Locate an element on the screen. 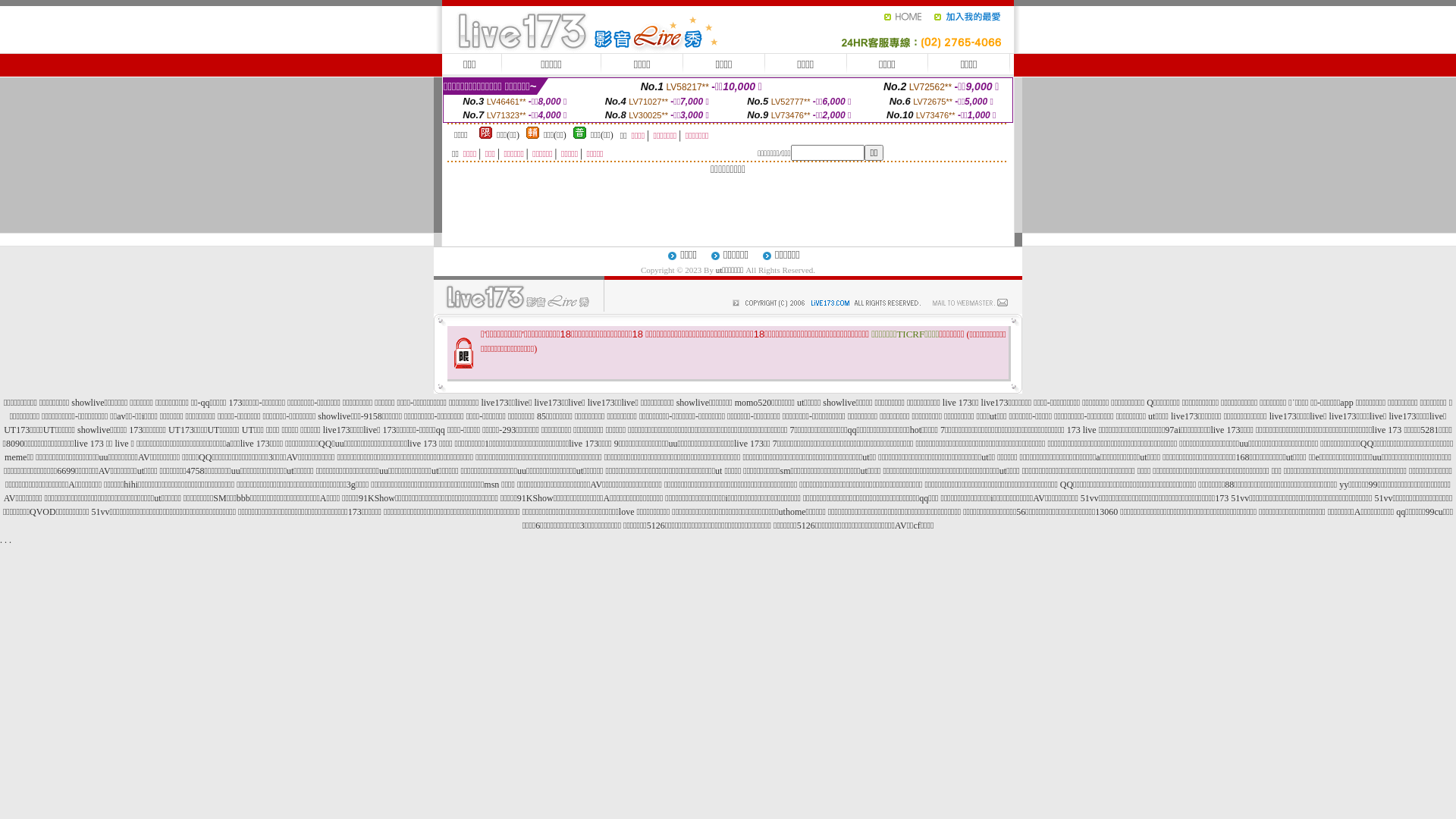  '.' is located at coordinates (4, 539).